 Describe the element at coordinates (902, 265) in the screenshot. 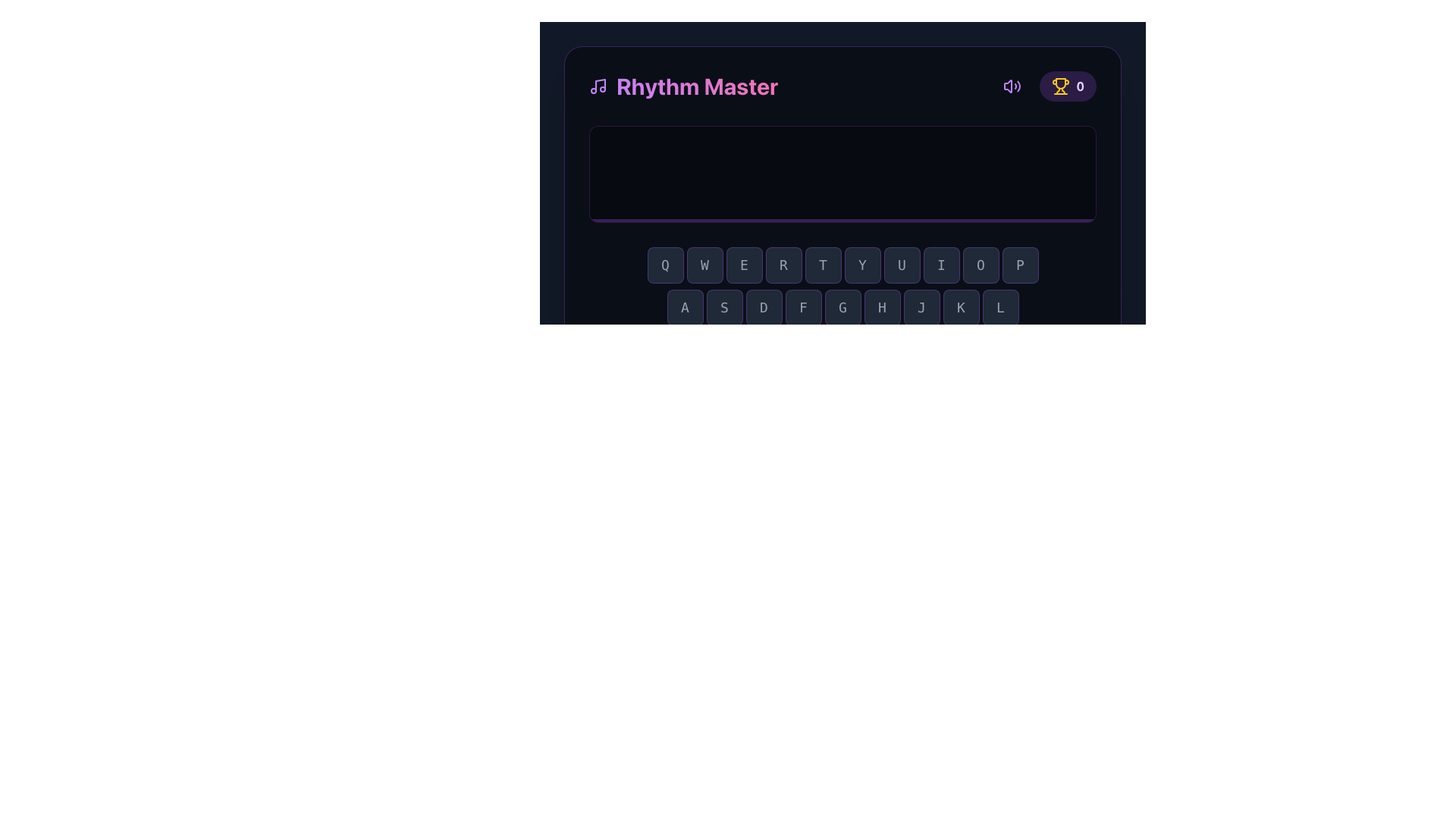

I see `the square button displaying the letter 'U' in light gray on a dark gray background, which is the seventh button in the keyboard-like arrangement of QWERTYUIOP, to input the character 'U'` at that location.